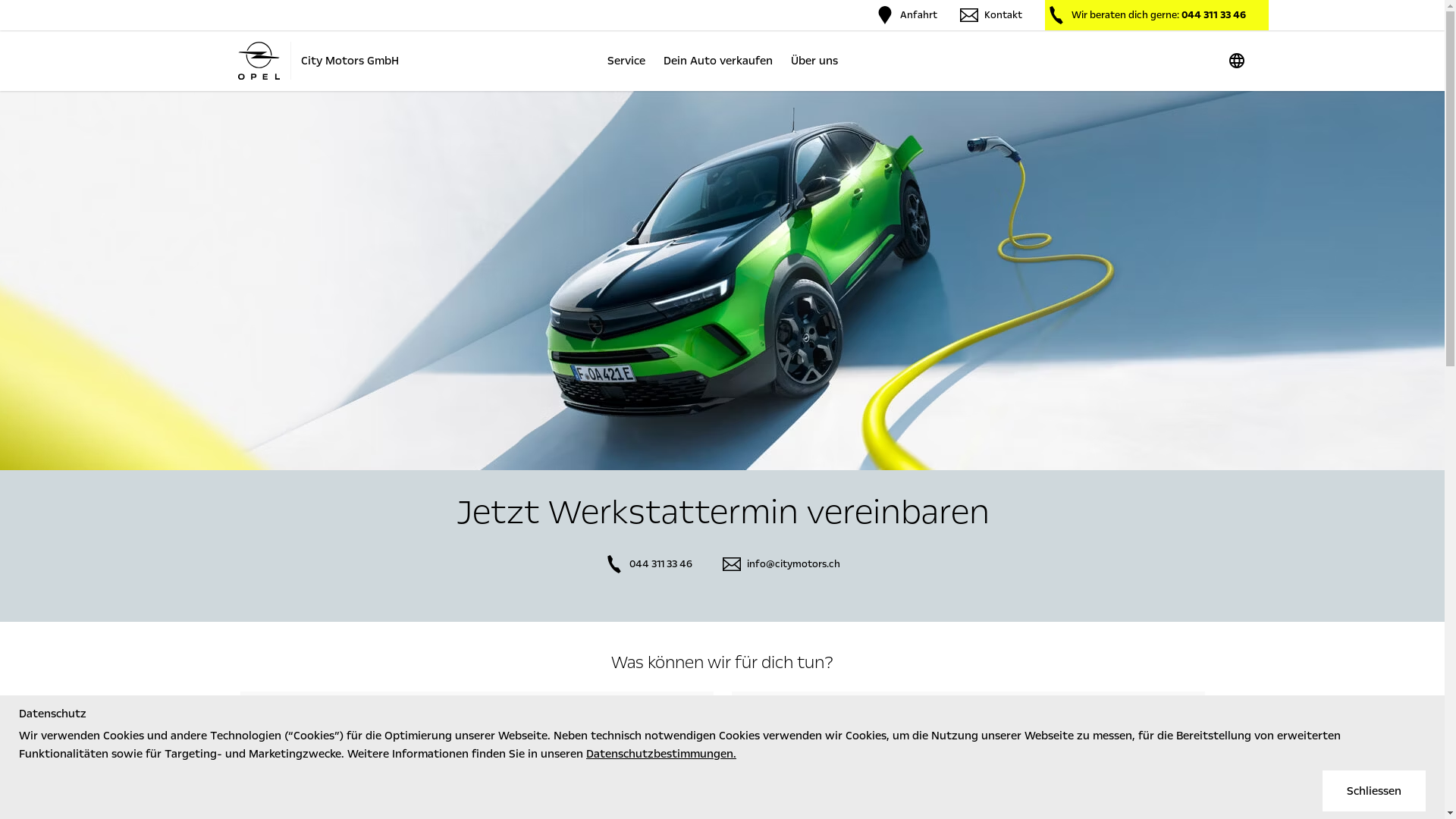  Describe the element at coordinates (661, 754) in the screenshot. I see `'Datenschutzbestimmungen.'` at that location.